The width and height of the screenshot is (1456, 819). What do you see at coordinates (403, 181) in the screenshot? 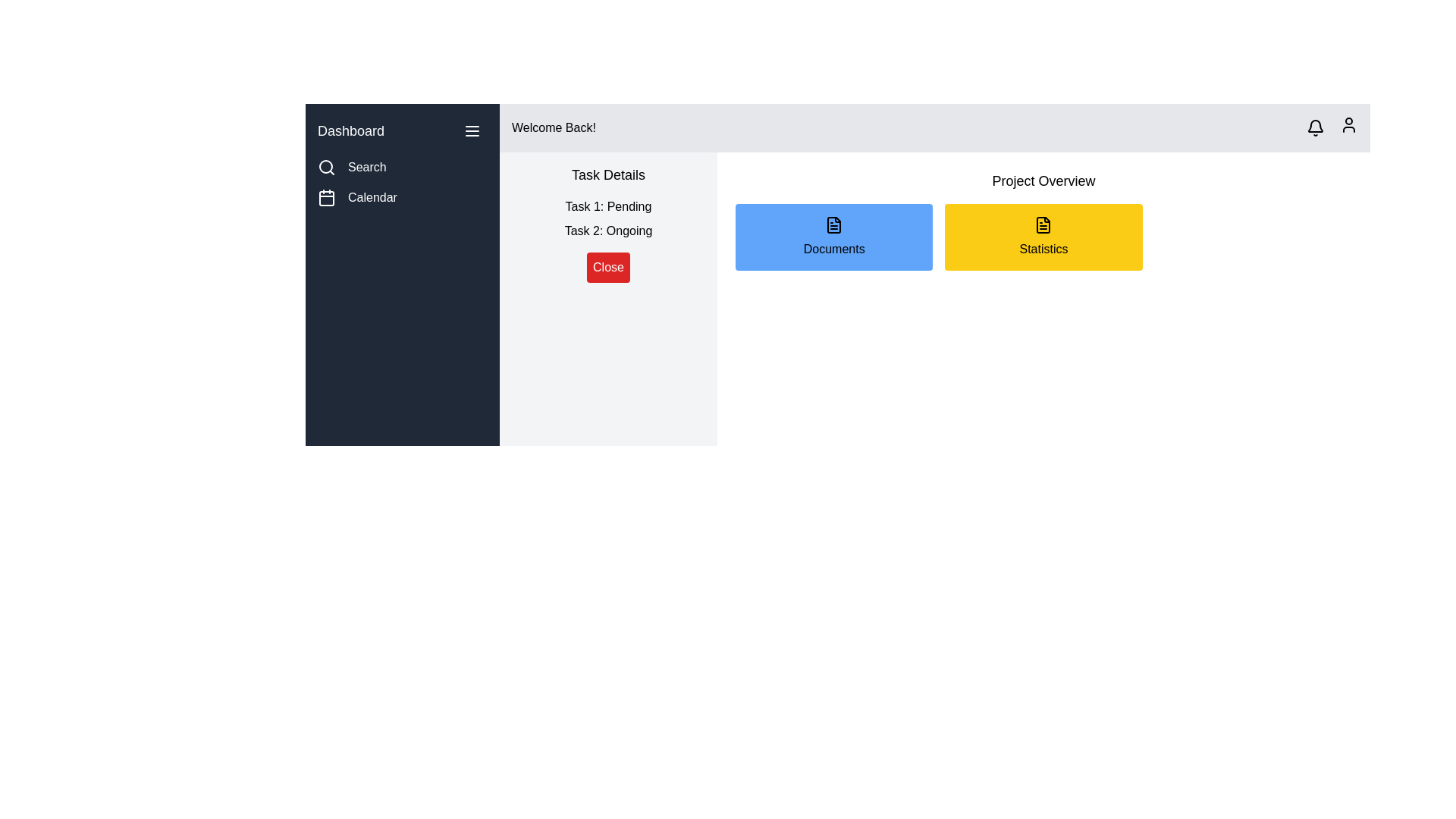
I see `the menu grouping containing 'Search' and 'Calendar' items in the sidebar` at bounding box center [403, 181].